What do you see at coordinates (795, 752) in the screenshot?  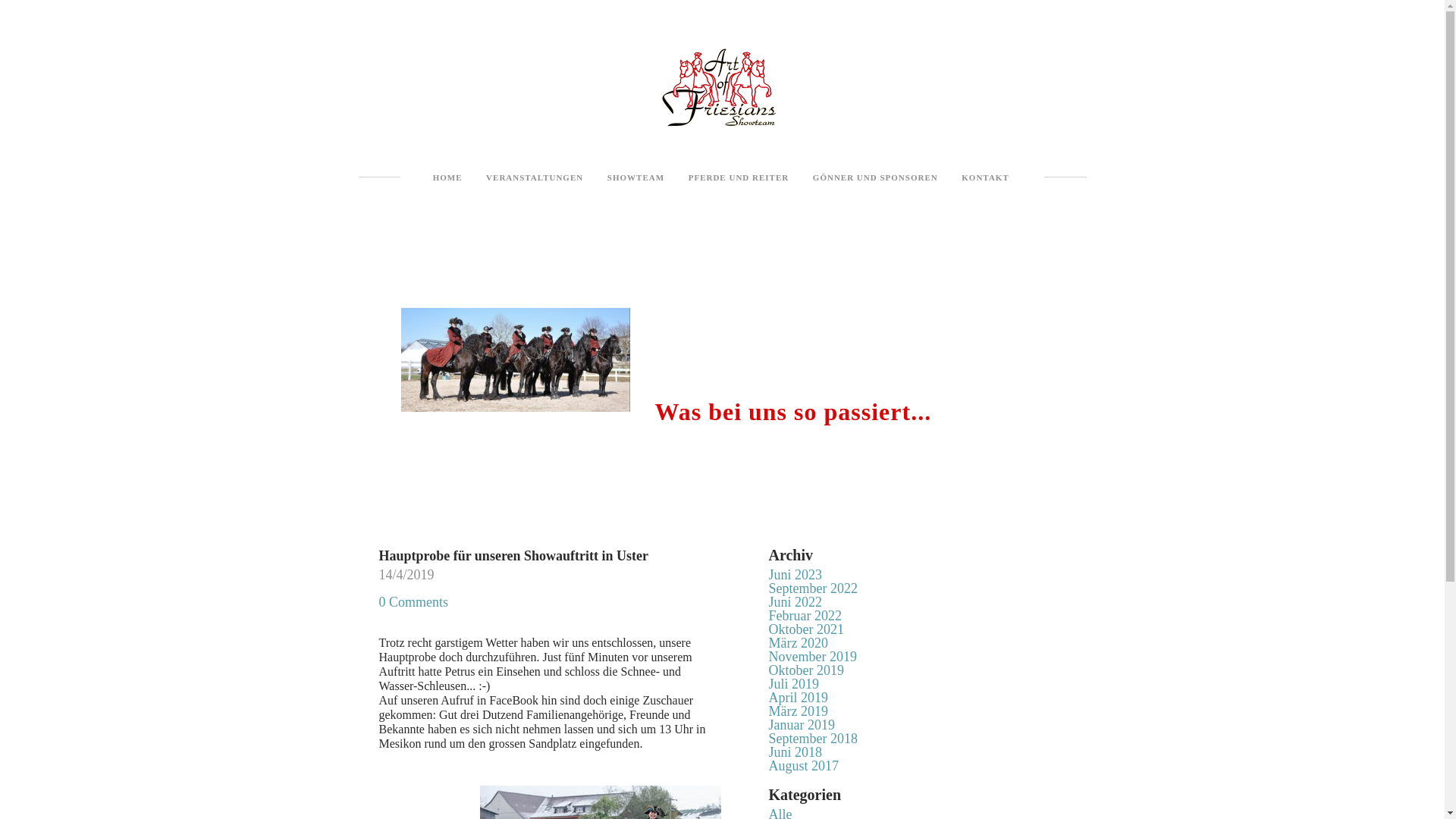 I see `'Juni 2018'` at bounding box center [795, 752].